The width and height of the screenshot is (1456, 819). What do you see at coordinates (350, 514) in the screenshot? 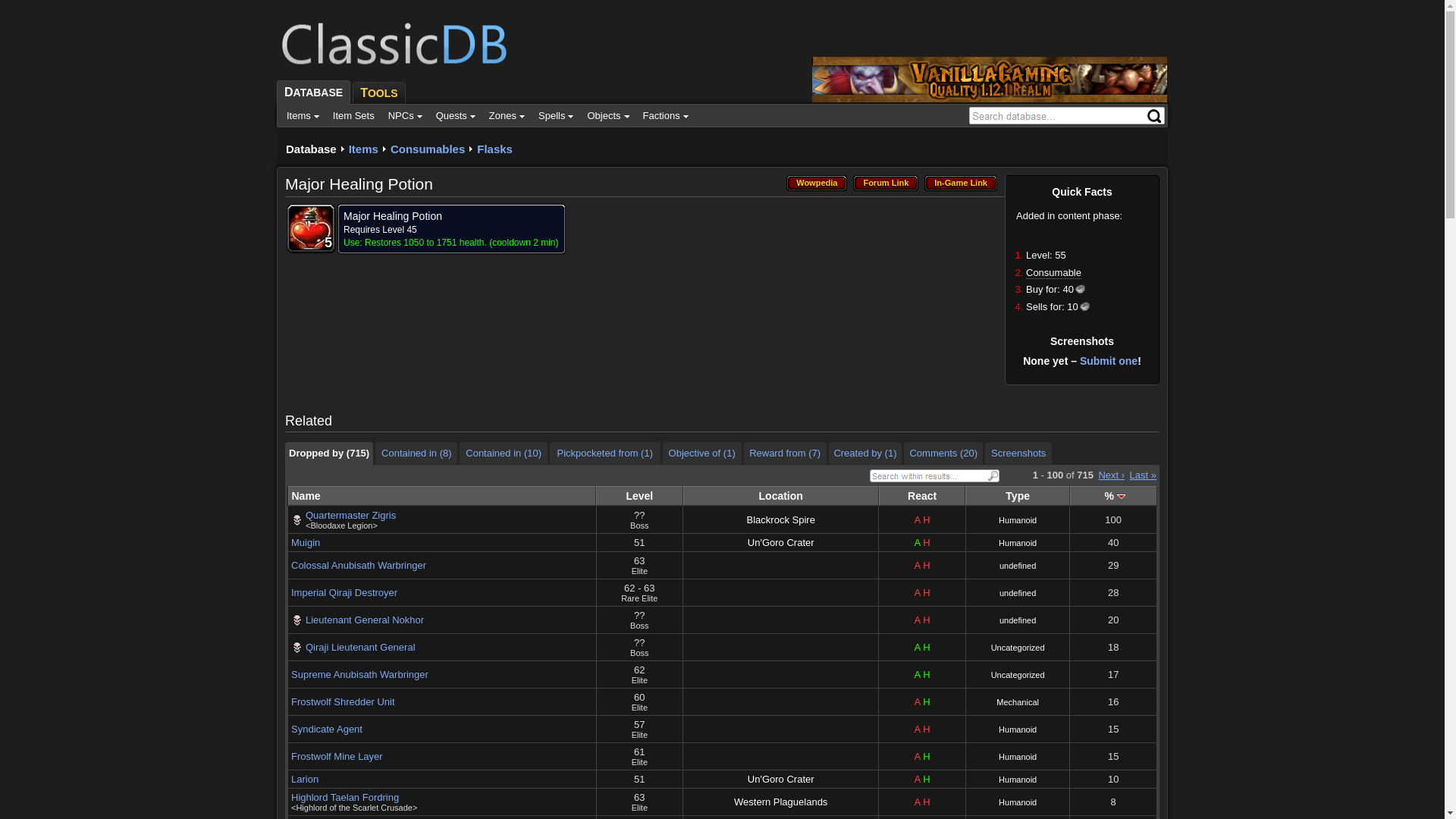
I see `'Quartermaster Zigris'` at bounding box center [350, 514].